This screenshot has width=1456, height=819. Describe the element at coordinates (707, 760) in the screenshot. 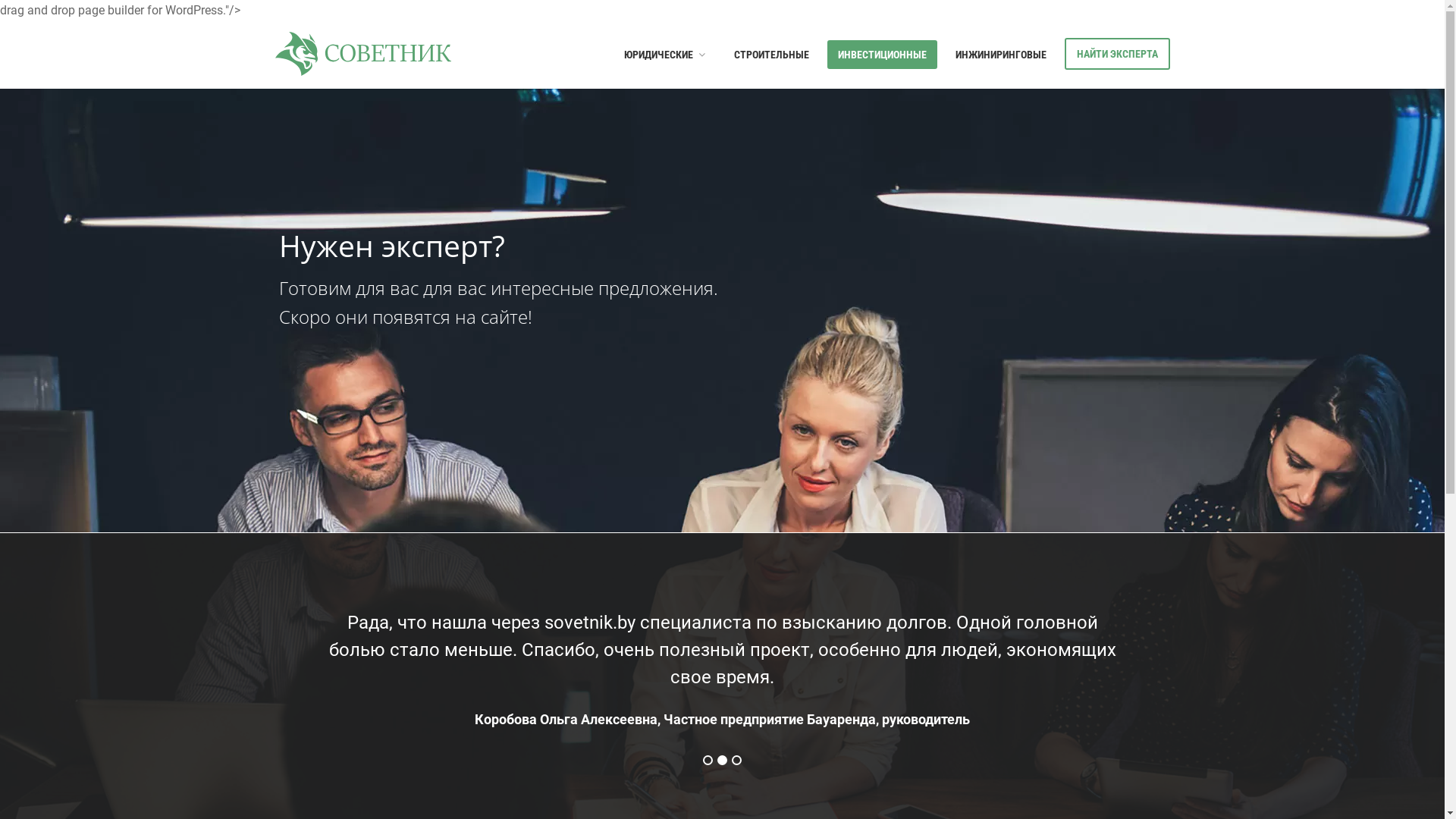

I see `'1'` at that location.